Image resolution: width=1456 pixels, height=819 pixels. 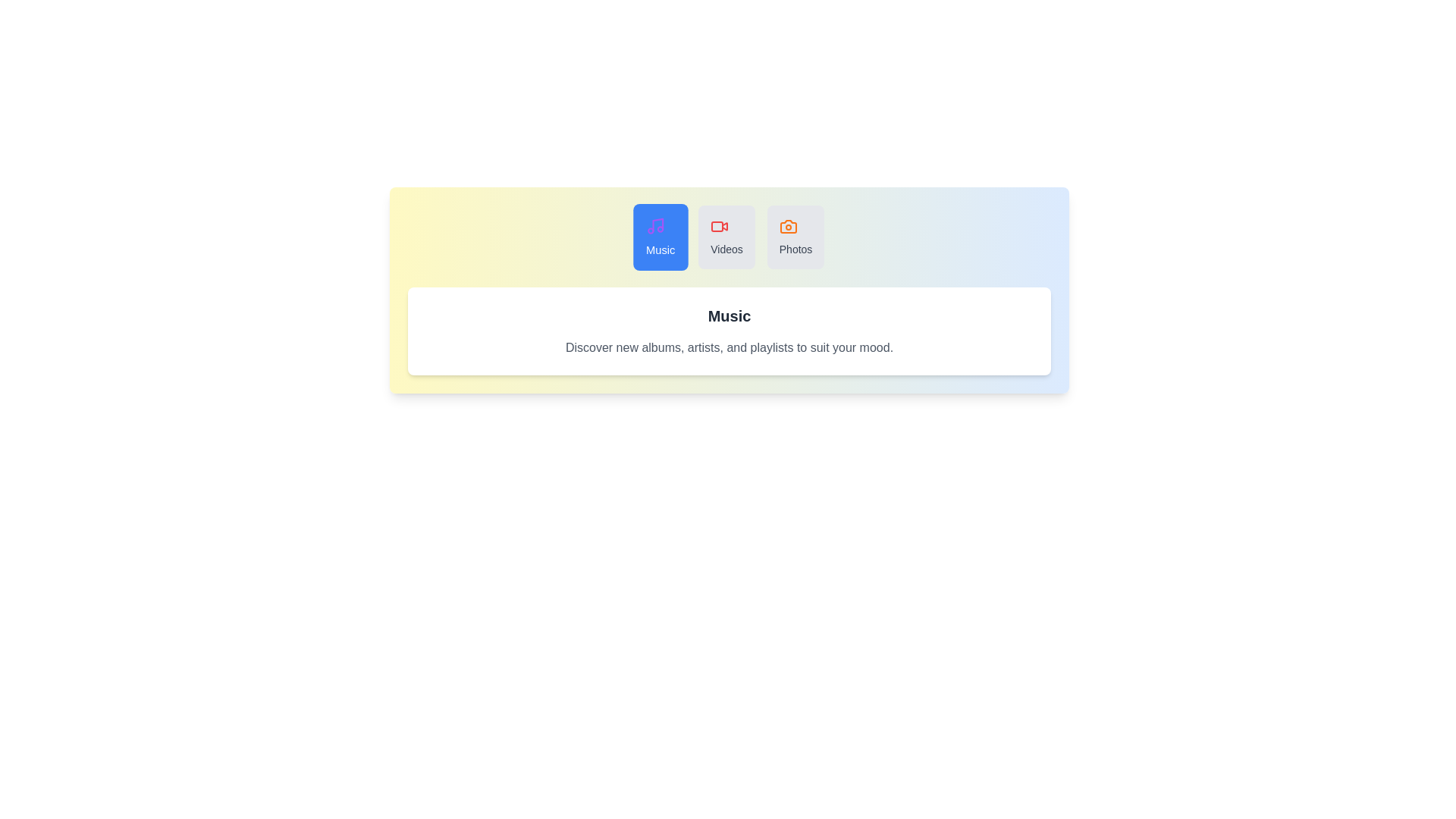 What do you see at coordinates (726, 237) in the screenshot?
I see `the Videos tab in the MultimediaTabs component` at bounding box center [726, 237].